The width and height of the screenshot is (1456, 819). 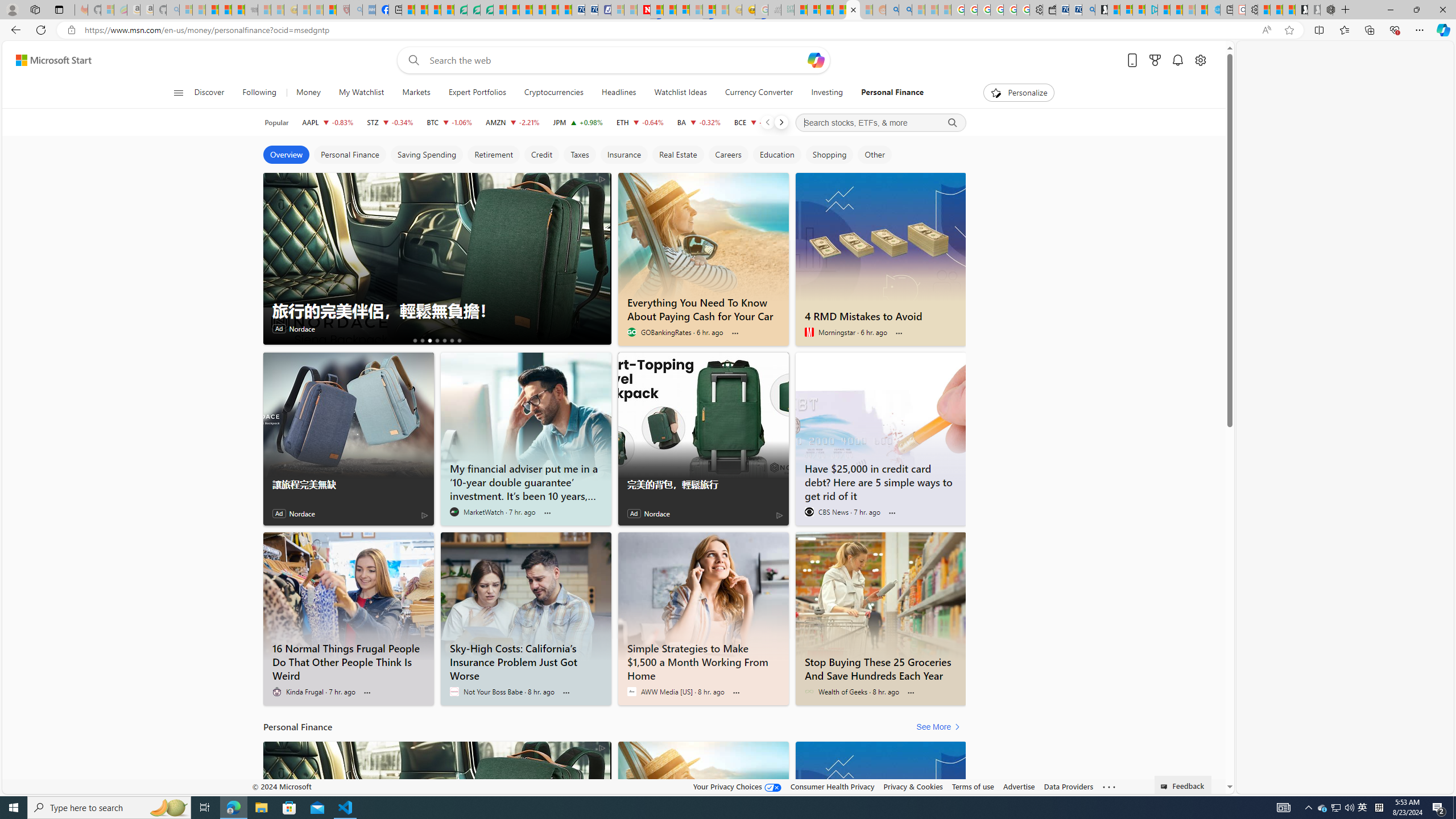 I want to click on 'Class: oneFooter_seeMore-DS-EntryPoint1-1', so click(x=1108, y=786).